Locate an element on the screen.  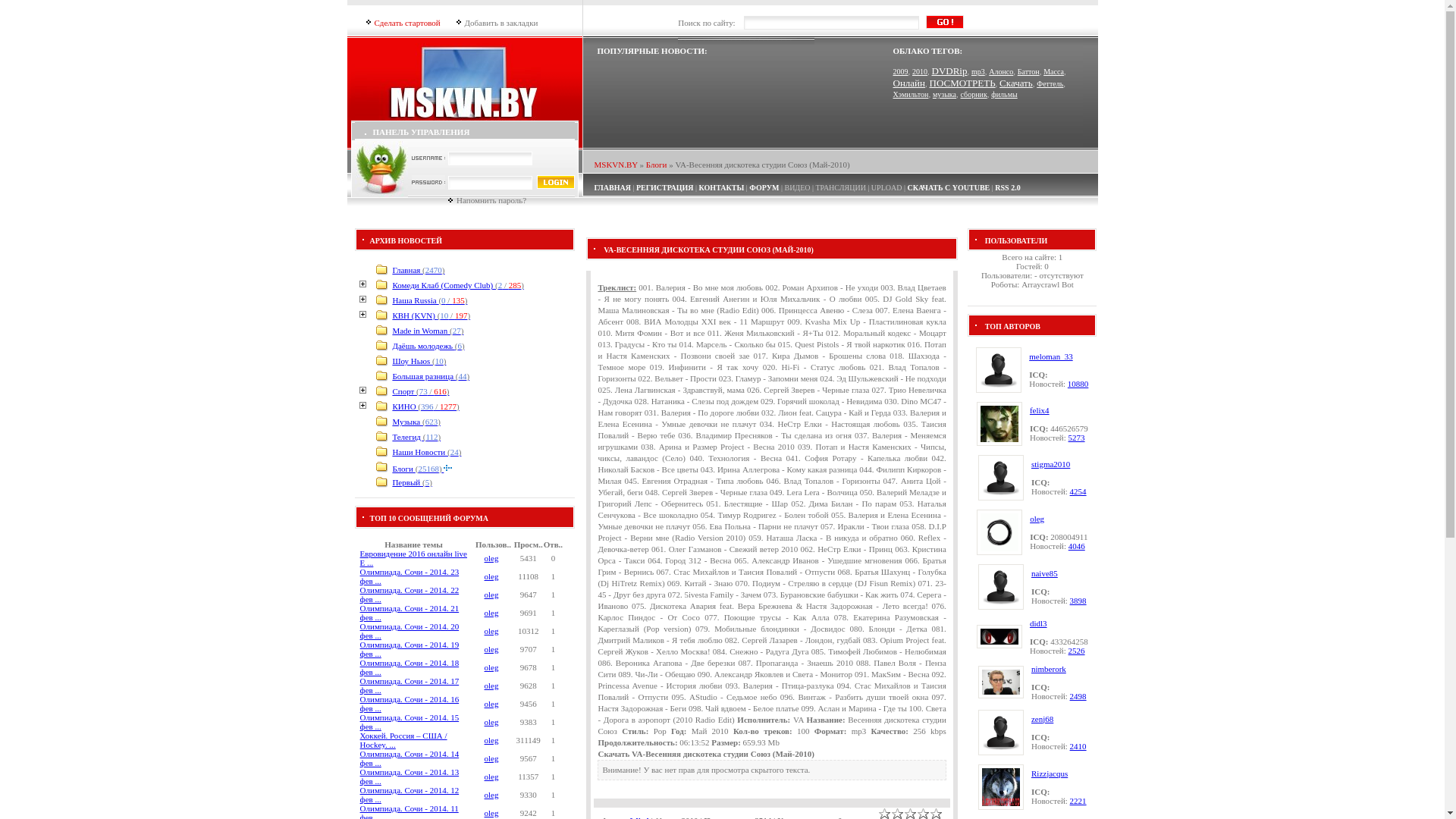
'10880' is located at coordinates (1077, 382).